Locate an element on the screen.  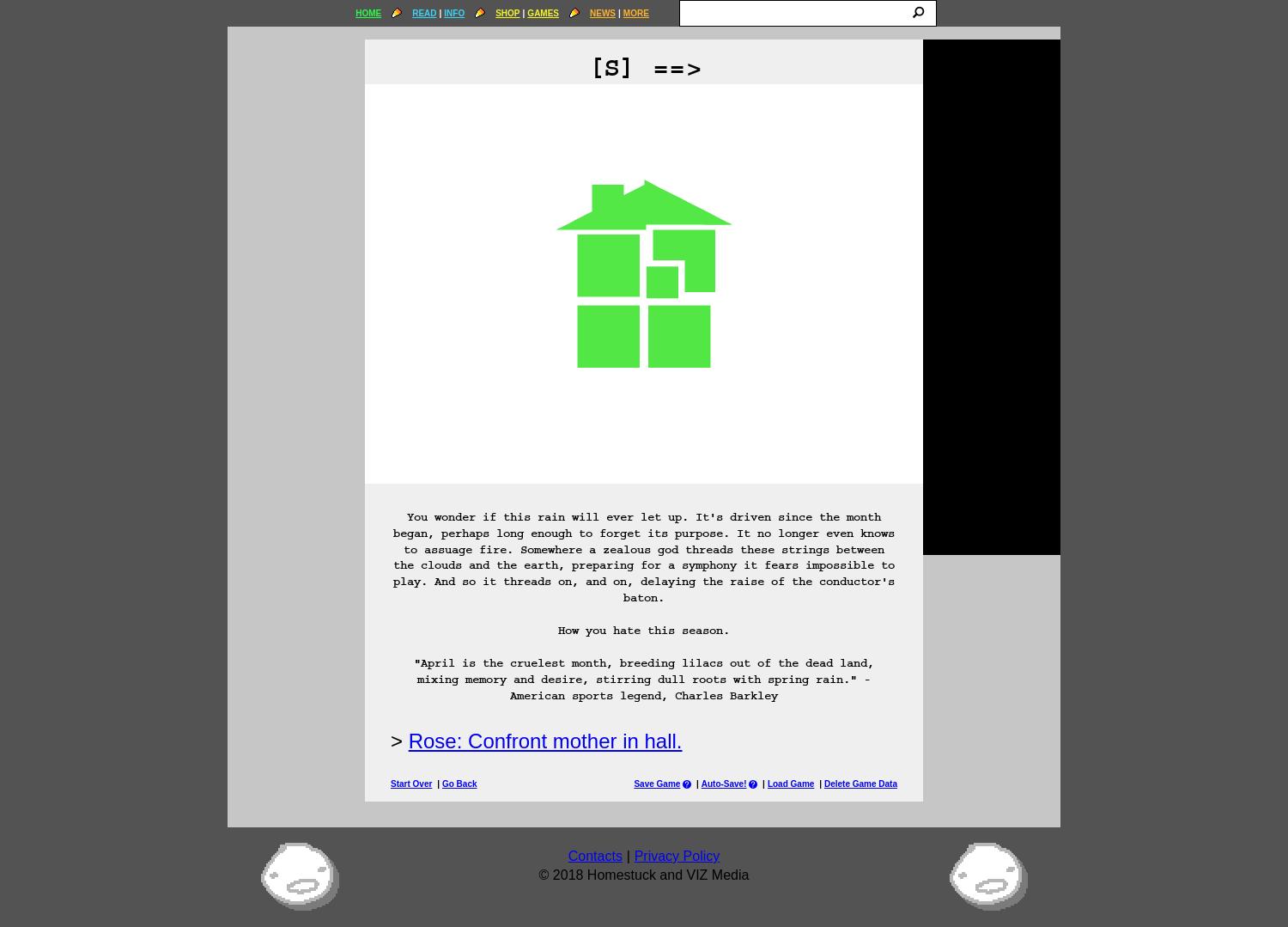
'>' is located at coordinates (396, 741).